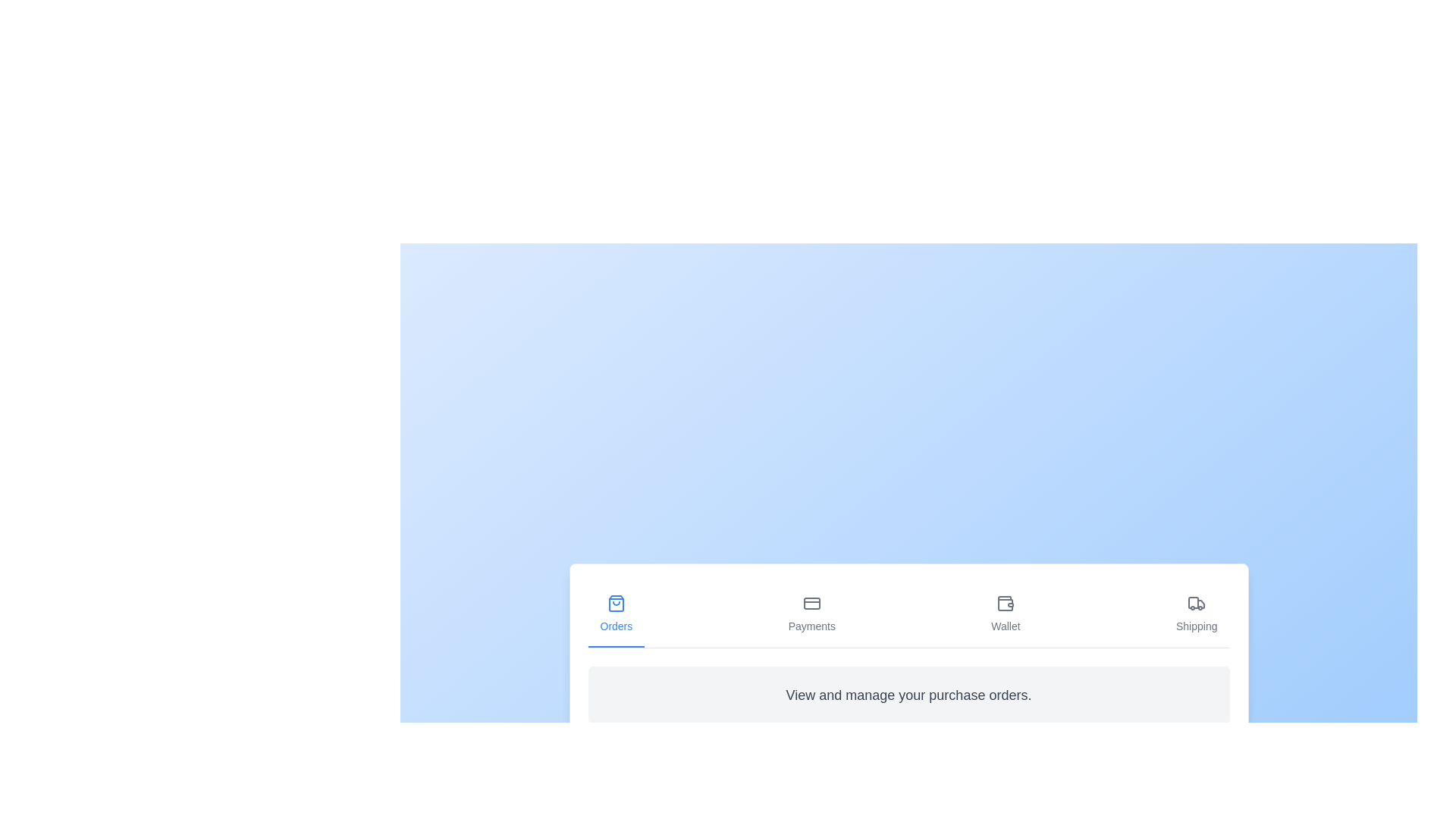 The image size is (1456, 819). What do you see at coordinates (616, 602) in the screenshot?
I see `the shopping bag icon located at the top center of the 'Orders' tab` at bounding box center [616, 602].